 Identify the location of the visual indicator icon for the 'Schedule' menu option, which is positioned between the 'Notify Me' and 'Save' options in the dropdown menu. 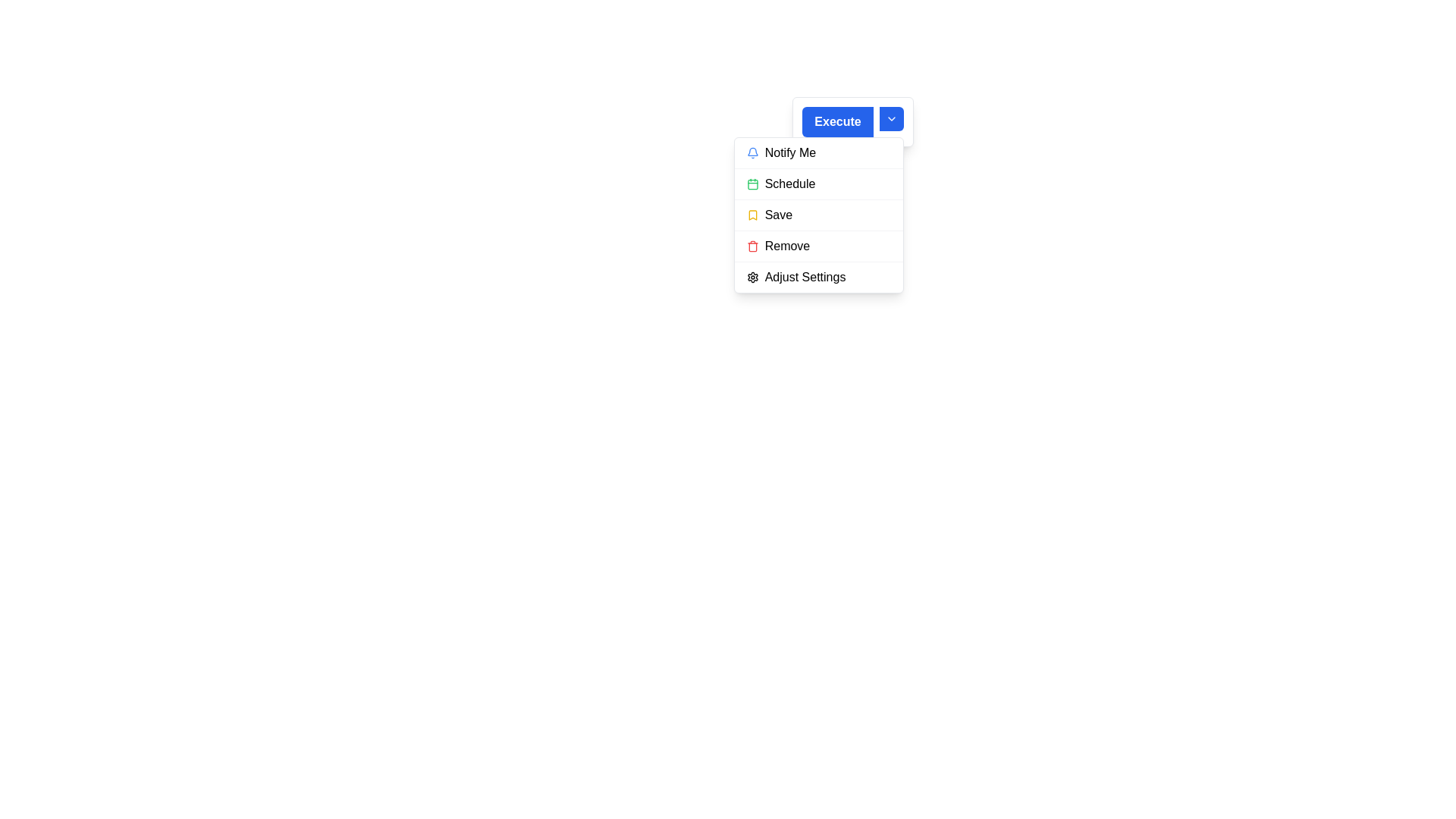
(752, 184).